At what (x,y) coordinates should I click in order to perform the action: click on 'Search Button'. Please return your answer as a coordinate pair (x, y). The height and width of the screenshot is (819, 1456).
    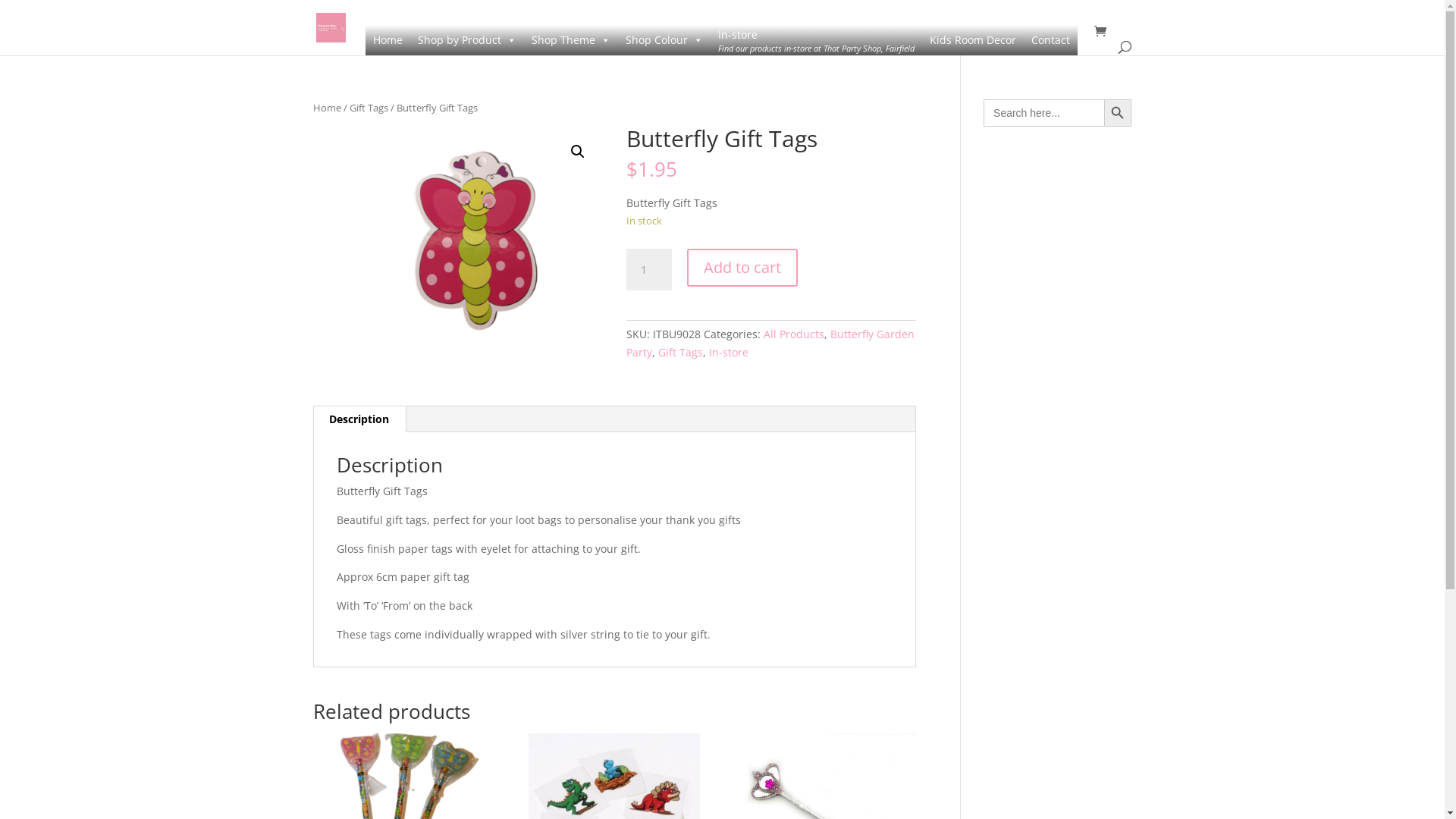
    Looking at the image, I should click on (1103, 112).